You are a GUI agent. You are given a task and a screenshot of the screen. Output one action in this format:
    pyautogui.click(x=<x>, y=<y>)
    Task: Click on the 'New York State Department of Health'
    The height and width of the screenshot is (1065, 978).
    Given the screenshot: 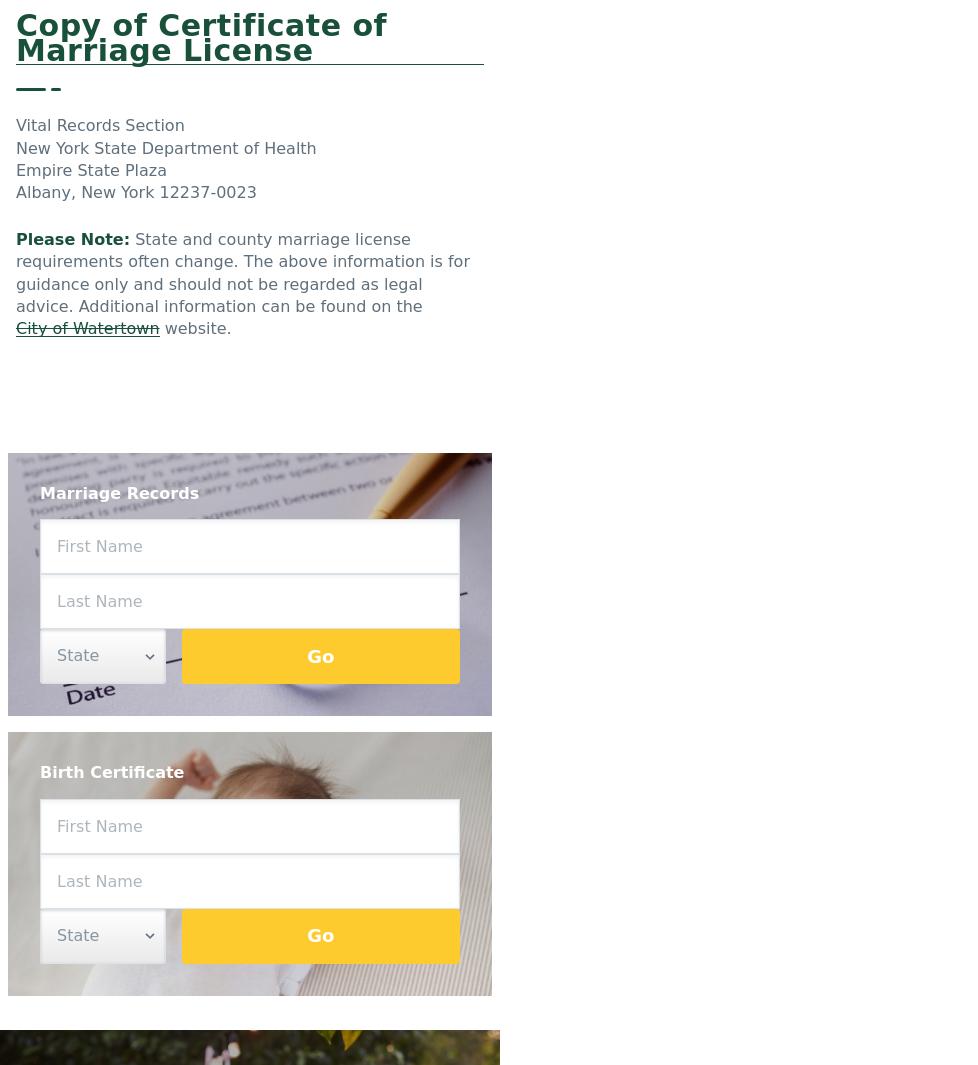 What is the action you would take?
    pyautogui.click(x=165, y=146)
    